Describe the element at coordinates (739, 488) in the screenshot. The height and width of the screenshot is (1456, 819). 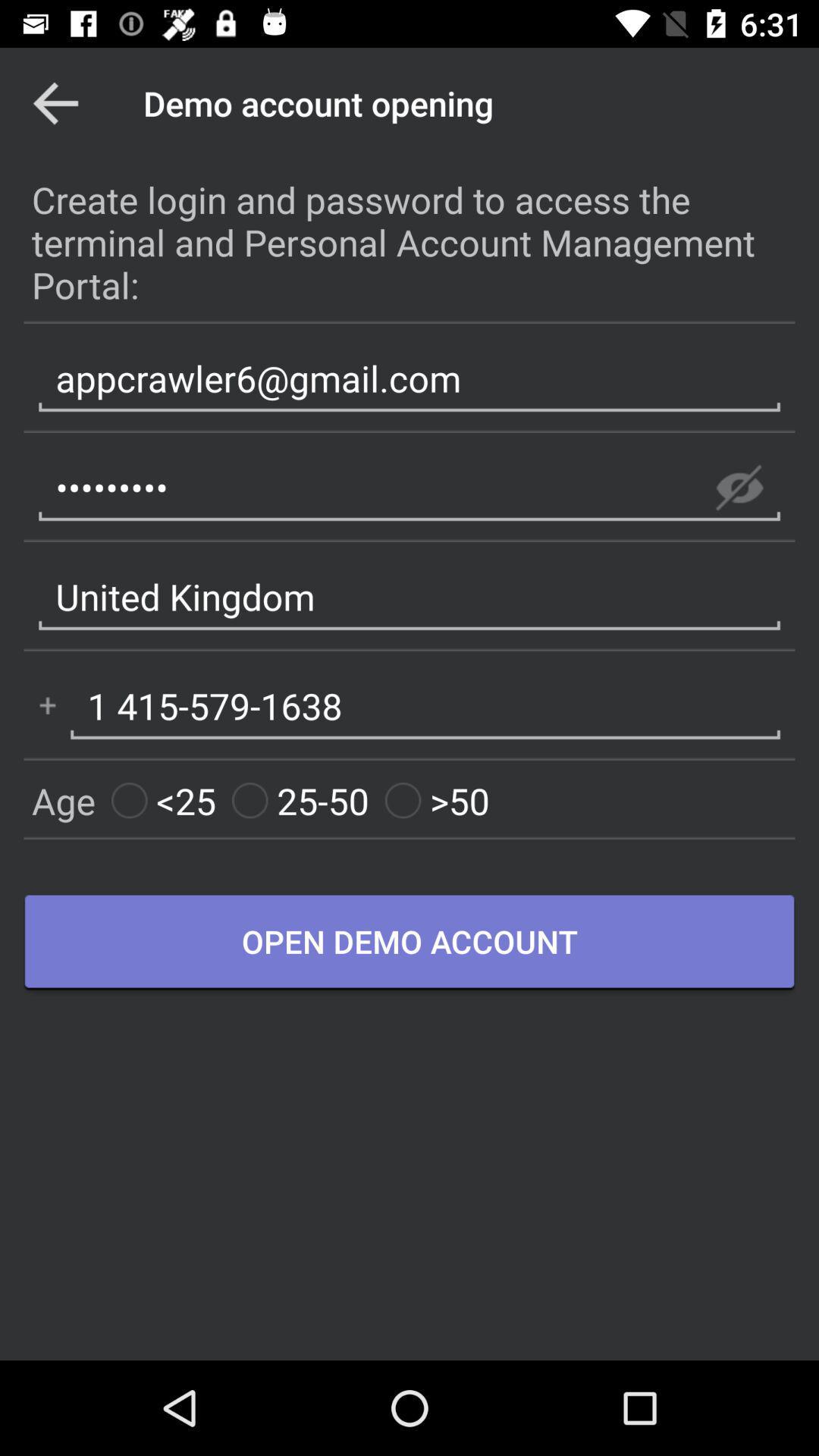
I see `show password` at that location.